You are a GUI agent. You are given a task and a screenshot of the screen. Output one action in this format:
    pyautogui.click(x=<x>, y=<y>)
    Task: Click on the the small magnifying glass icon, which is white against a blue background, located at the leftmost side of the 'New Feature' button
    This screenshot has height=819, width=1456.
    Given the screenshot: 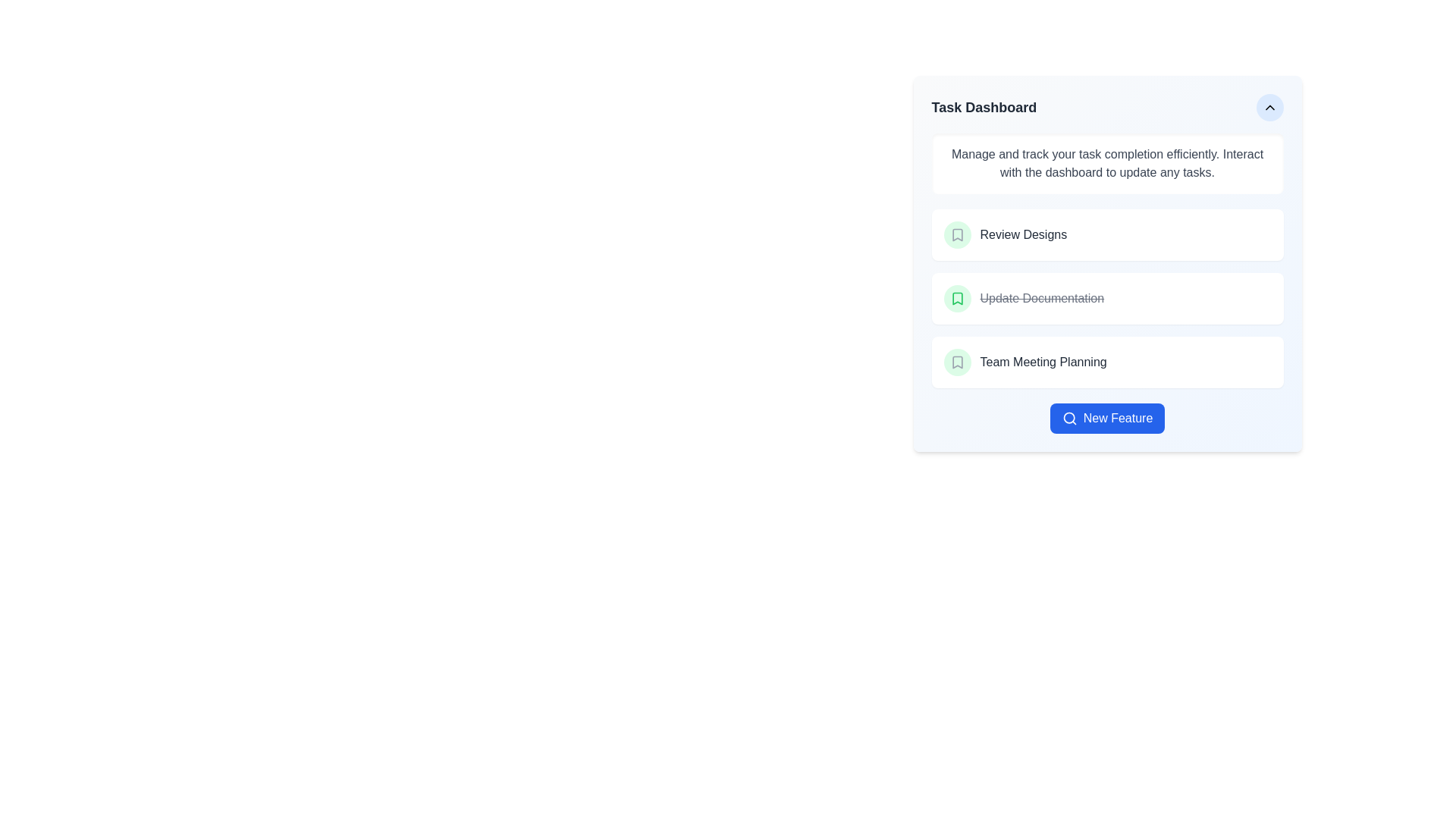 What is the action you would take?
    pyautogui.click(x=1068, y=418)
    